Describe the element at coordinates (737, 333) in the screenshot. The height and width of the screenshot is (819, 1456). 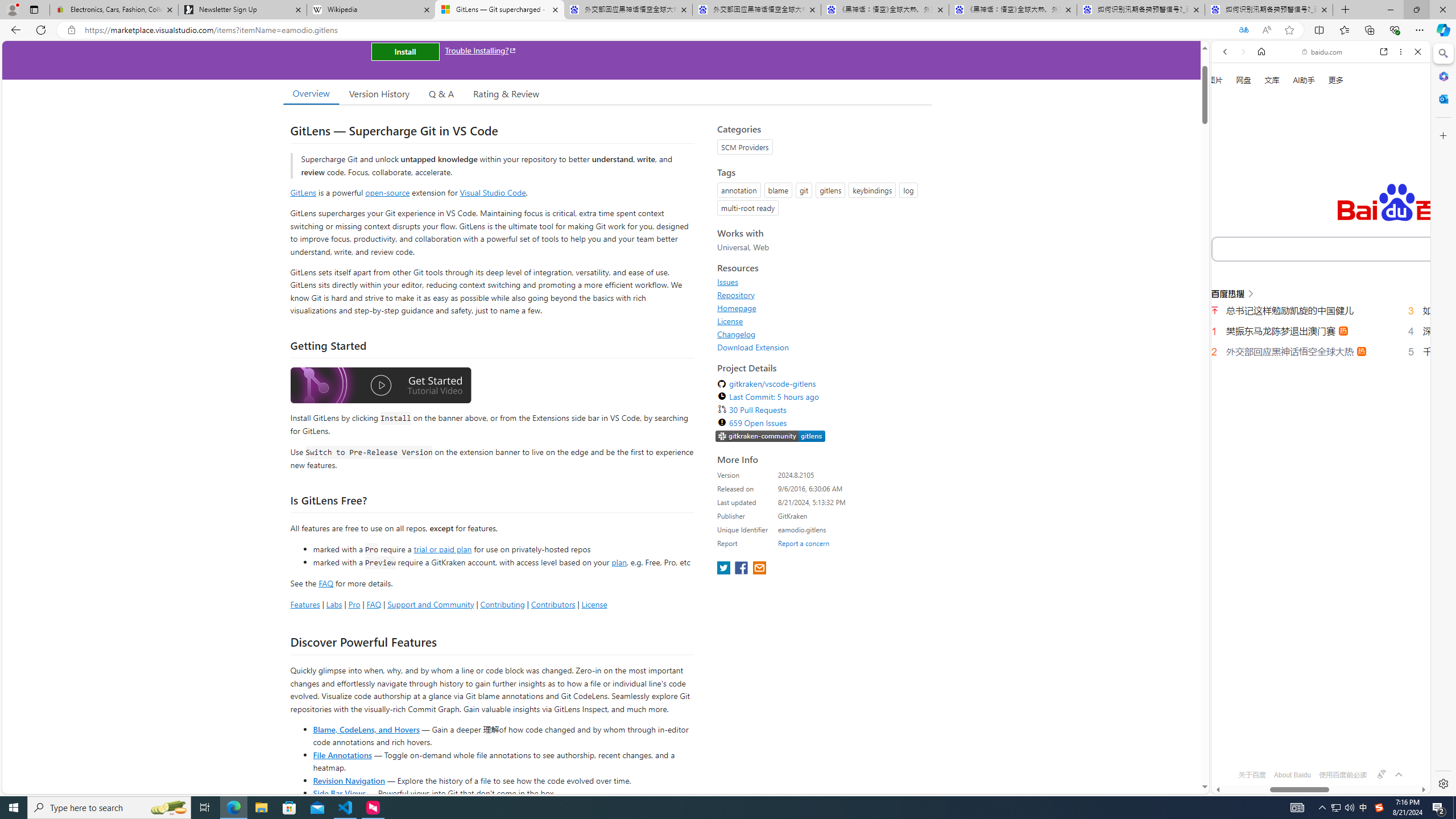
I see `'Changelog'` at that location.